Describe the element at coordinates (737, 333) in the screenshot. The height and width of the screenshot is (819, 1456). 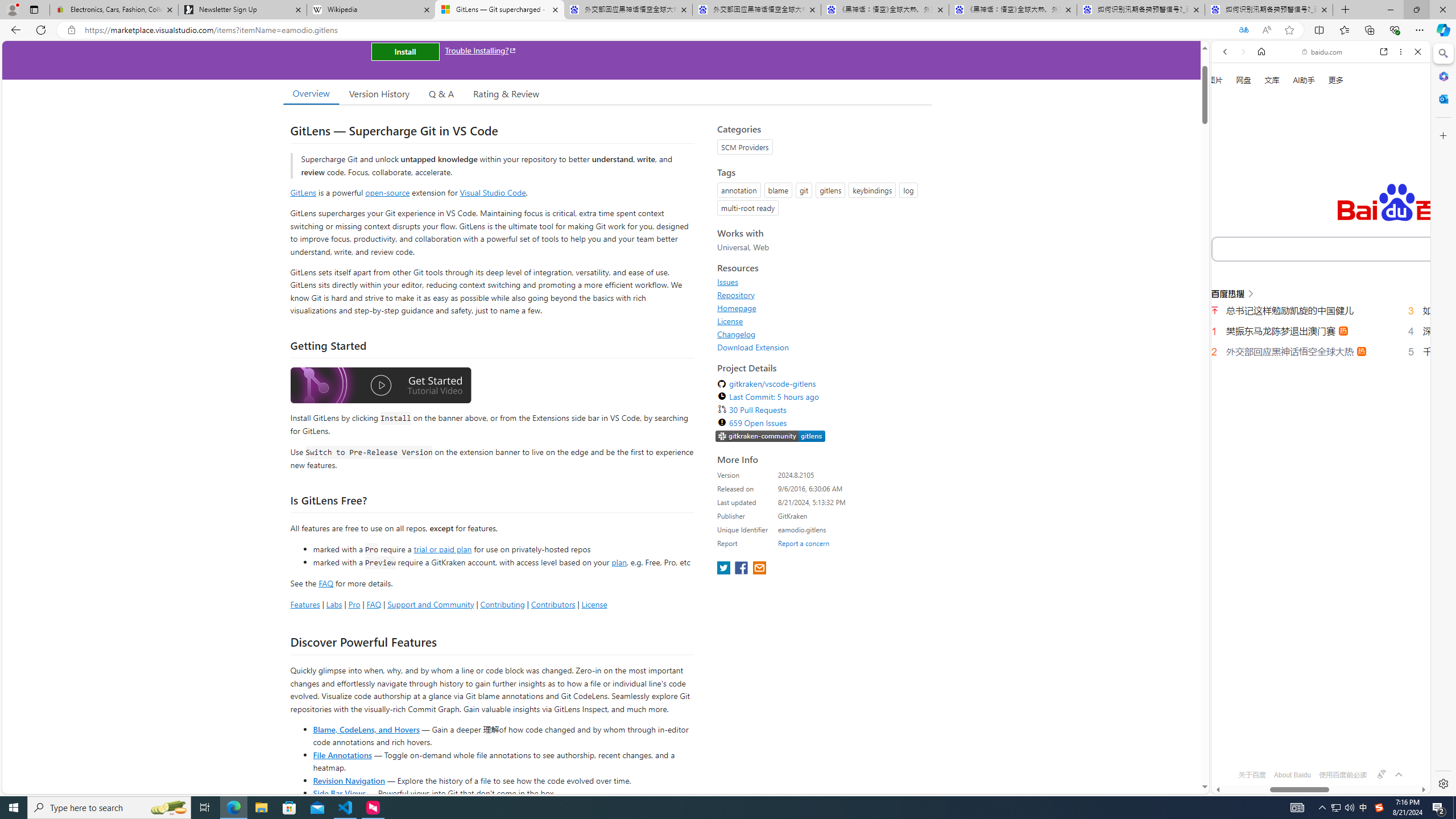
I see `'Changelog'` at that location.